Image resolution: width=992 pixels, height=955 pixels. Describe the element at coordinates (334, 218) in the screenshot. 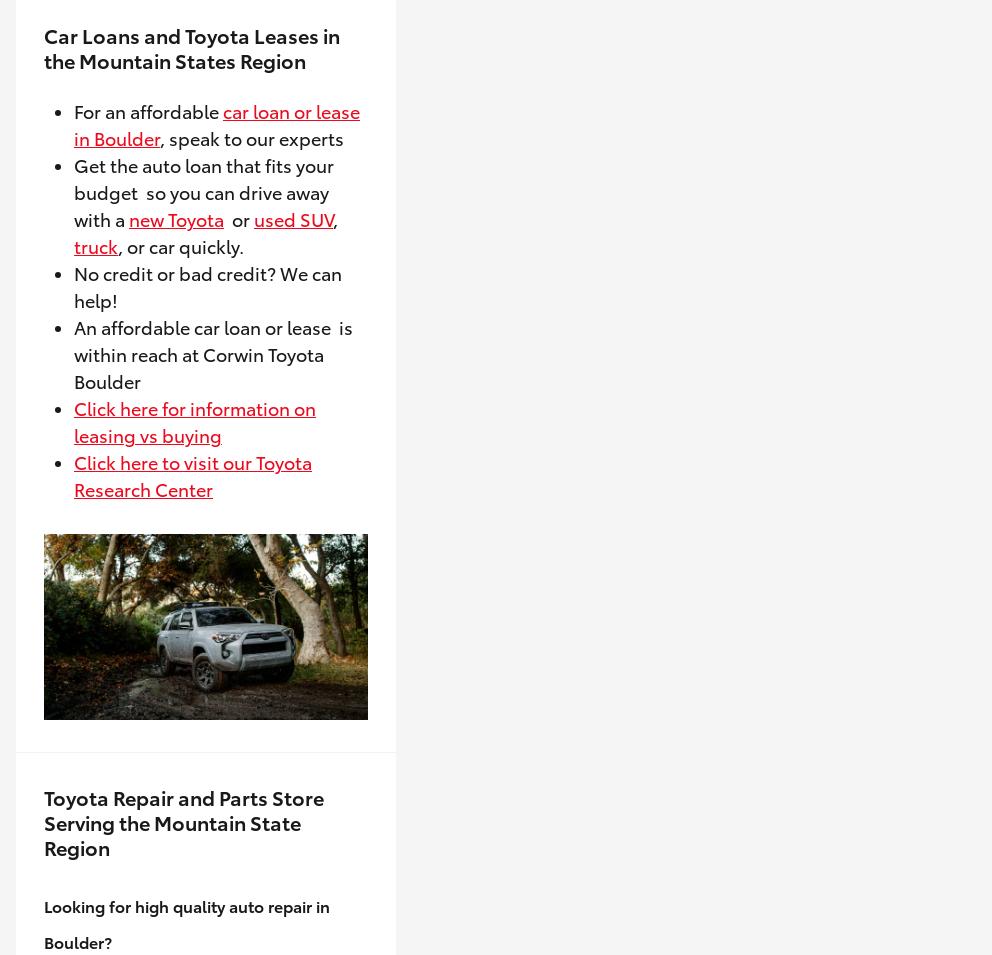

I see `','` at that location.